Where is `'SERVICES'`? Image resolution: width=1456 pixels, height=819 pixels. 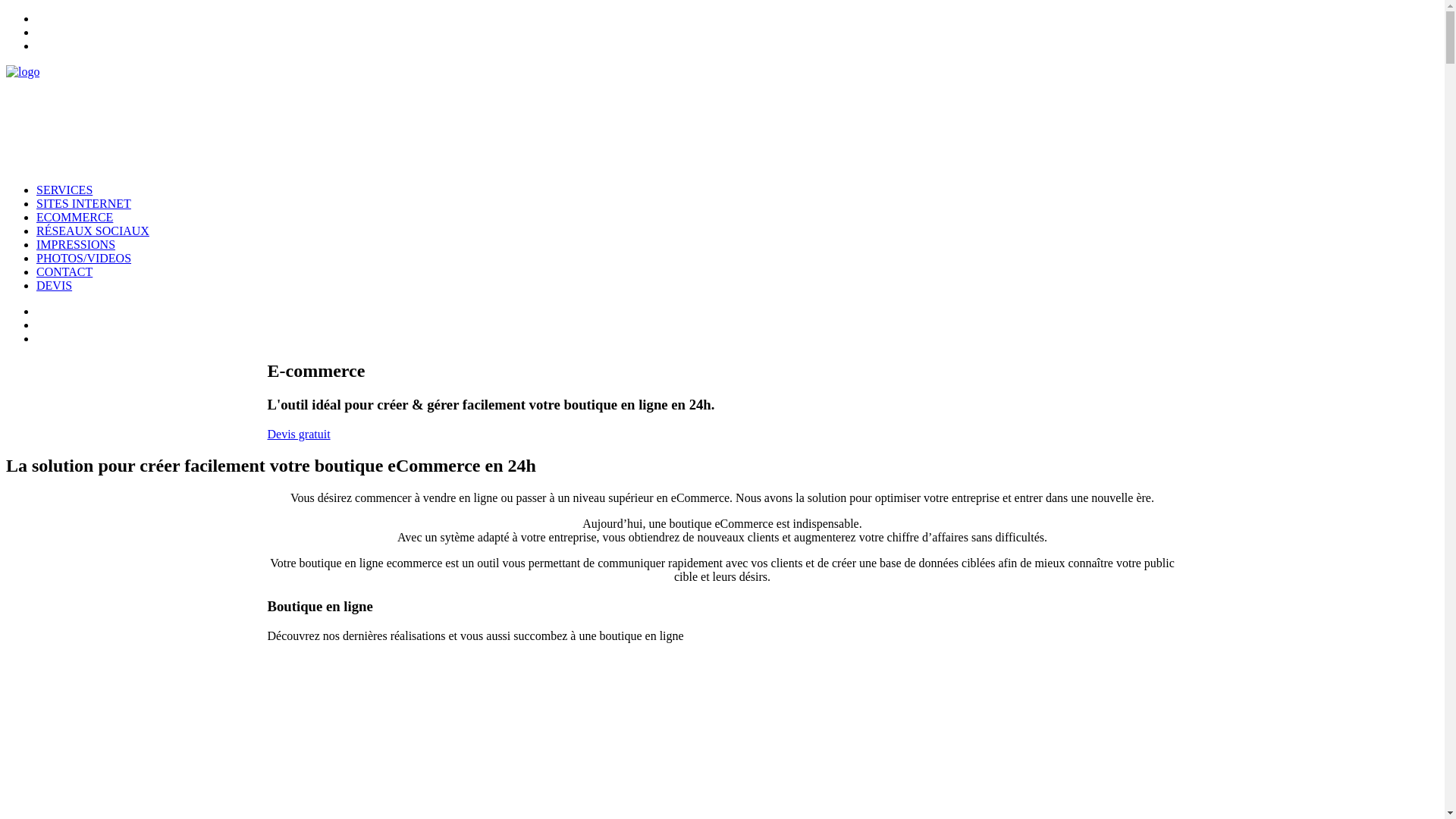 'SERVICES' is located at coordinates (64, 189).